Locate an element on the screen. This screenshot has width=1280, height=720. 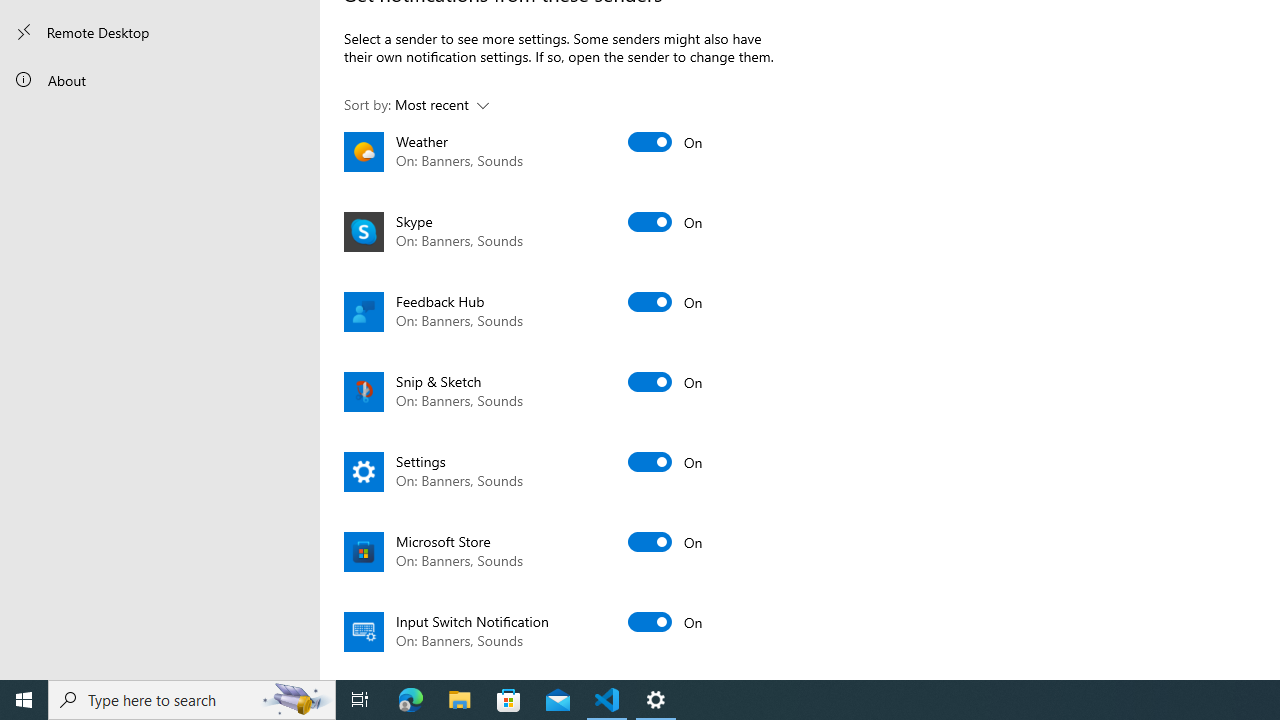
'Microsoft Edge' is located at coordinates (410, 698).